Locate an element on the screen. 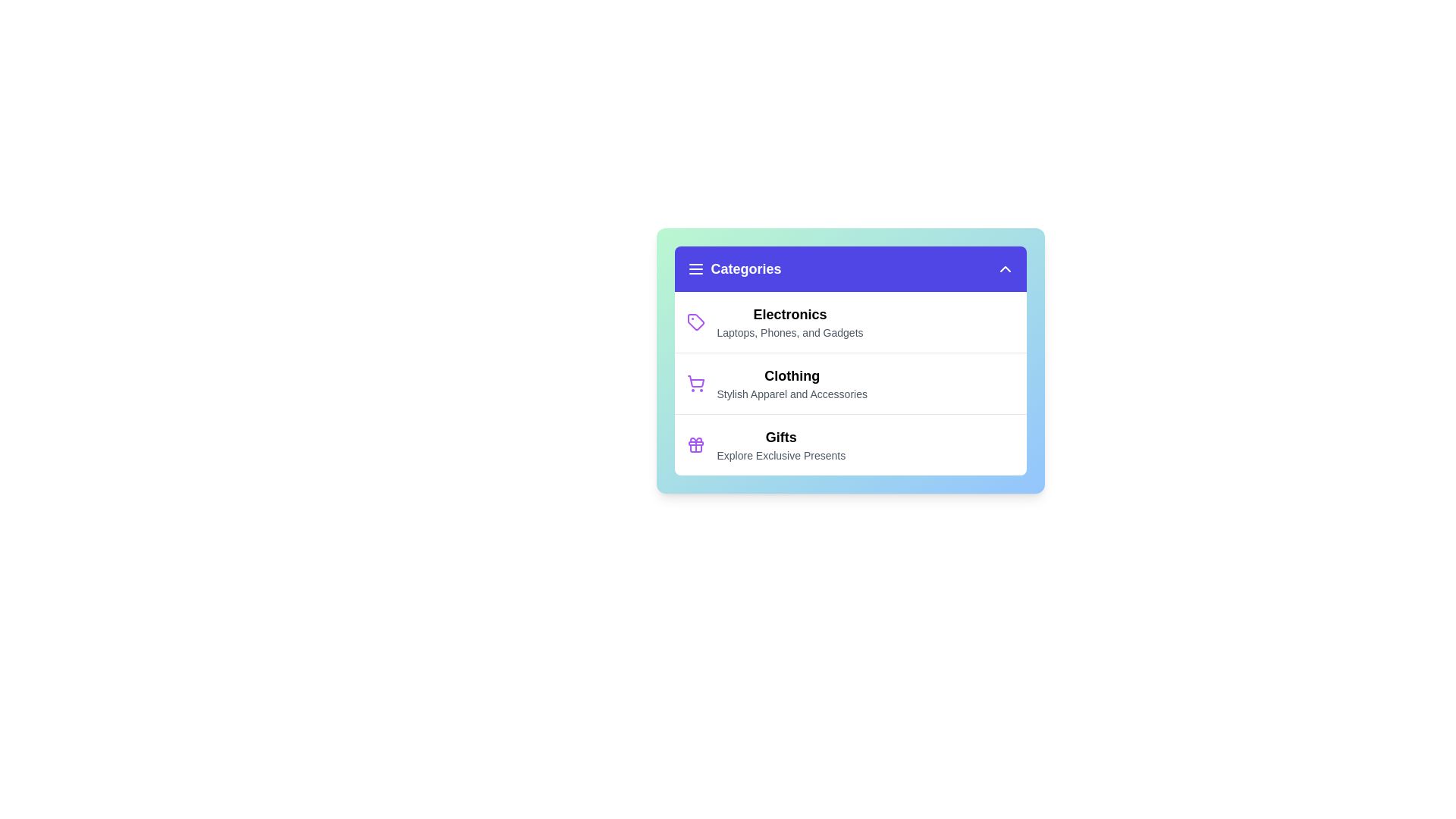 Image resolution: width=1456 pixels, height=819 pixels. the category Gifts by interacting with its title or description is located at coordinates (781, 438).